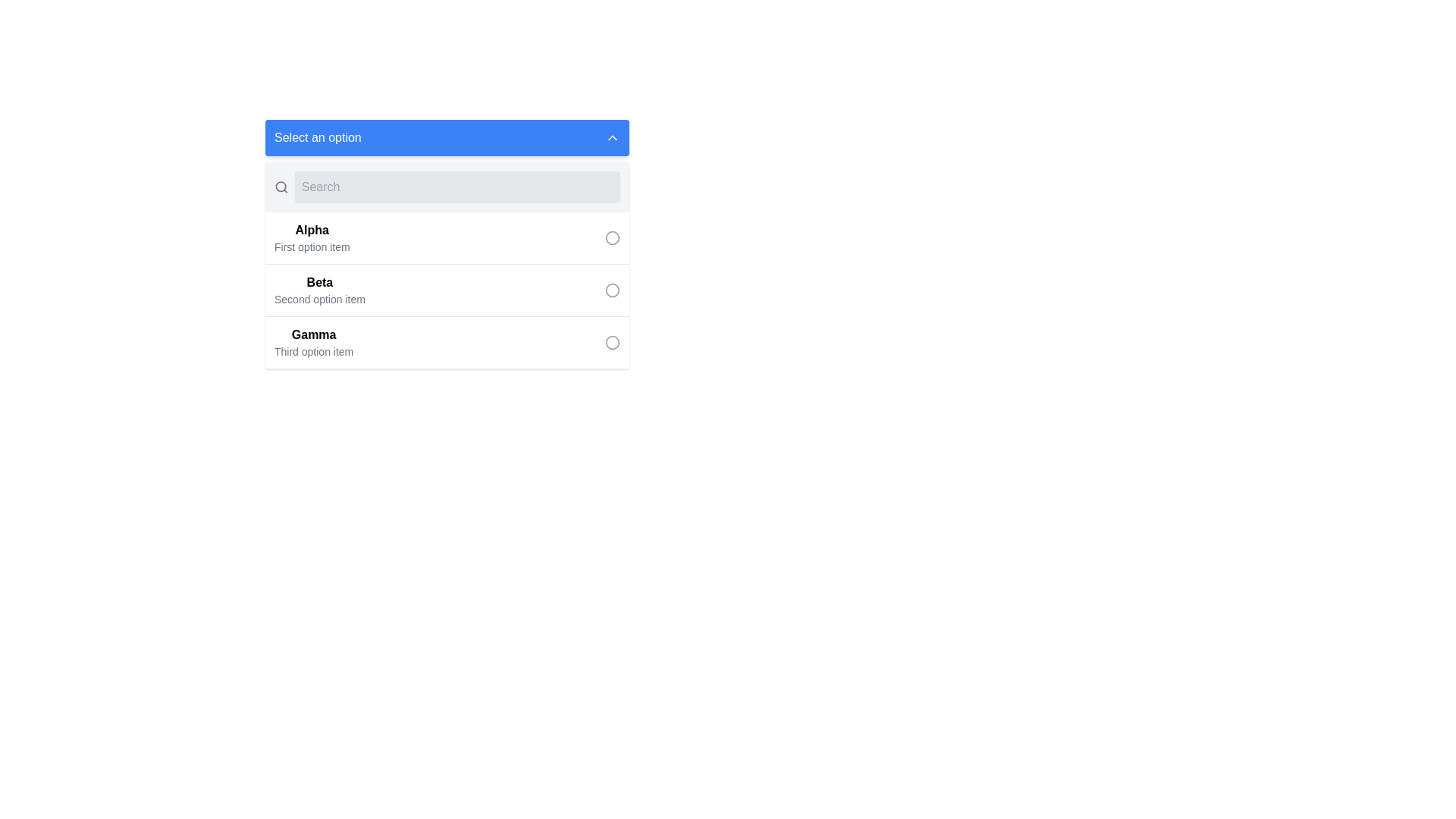  What do you see at coordinates (612, 290) in the screenshot?
I see `the SVG Circle Indicator located to the right of the 'Beta' list item in the second row of the dropdown options` at bounding box center [612, 290].